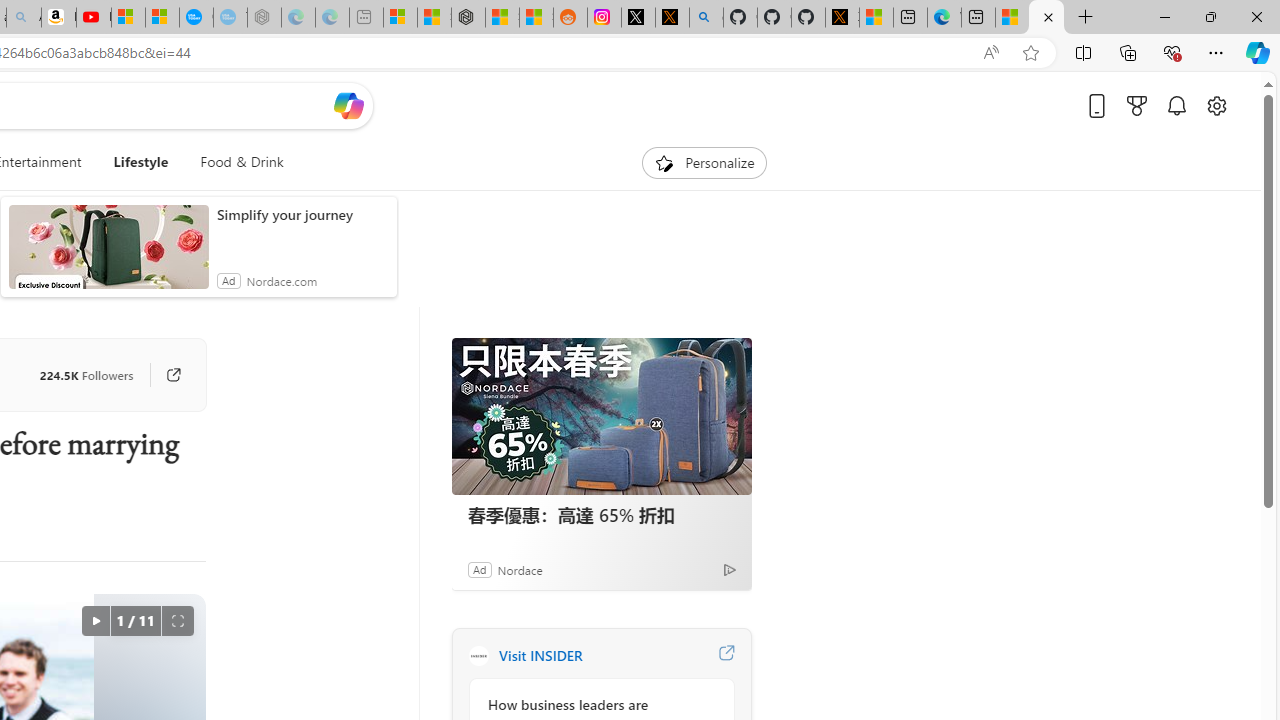  I want to click on 'github - Search', so click(706, 17).